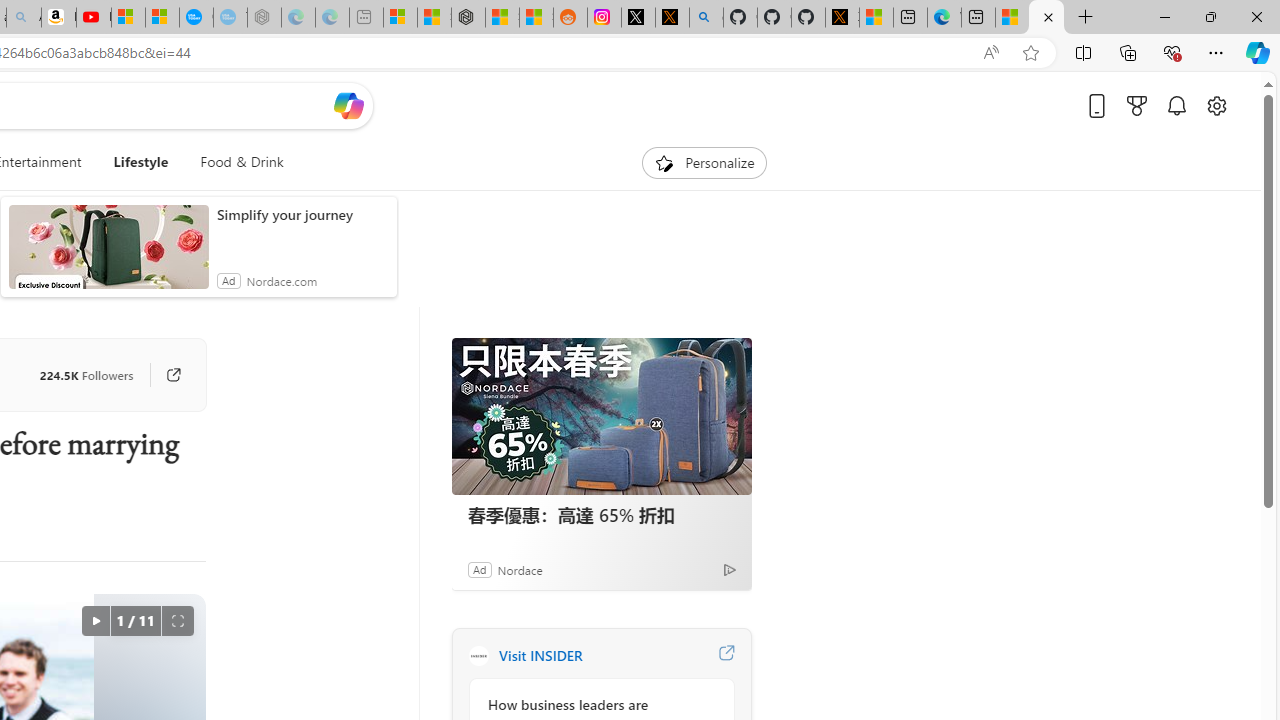  I want to click on 'github - Search', so click(706, 17).